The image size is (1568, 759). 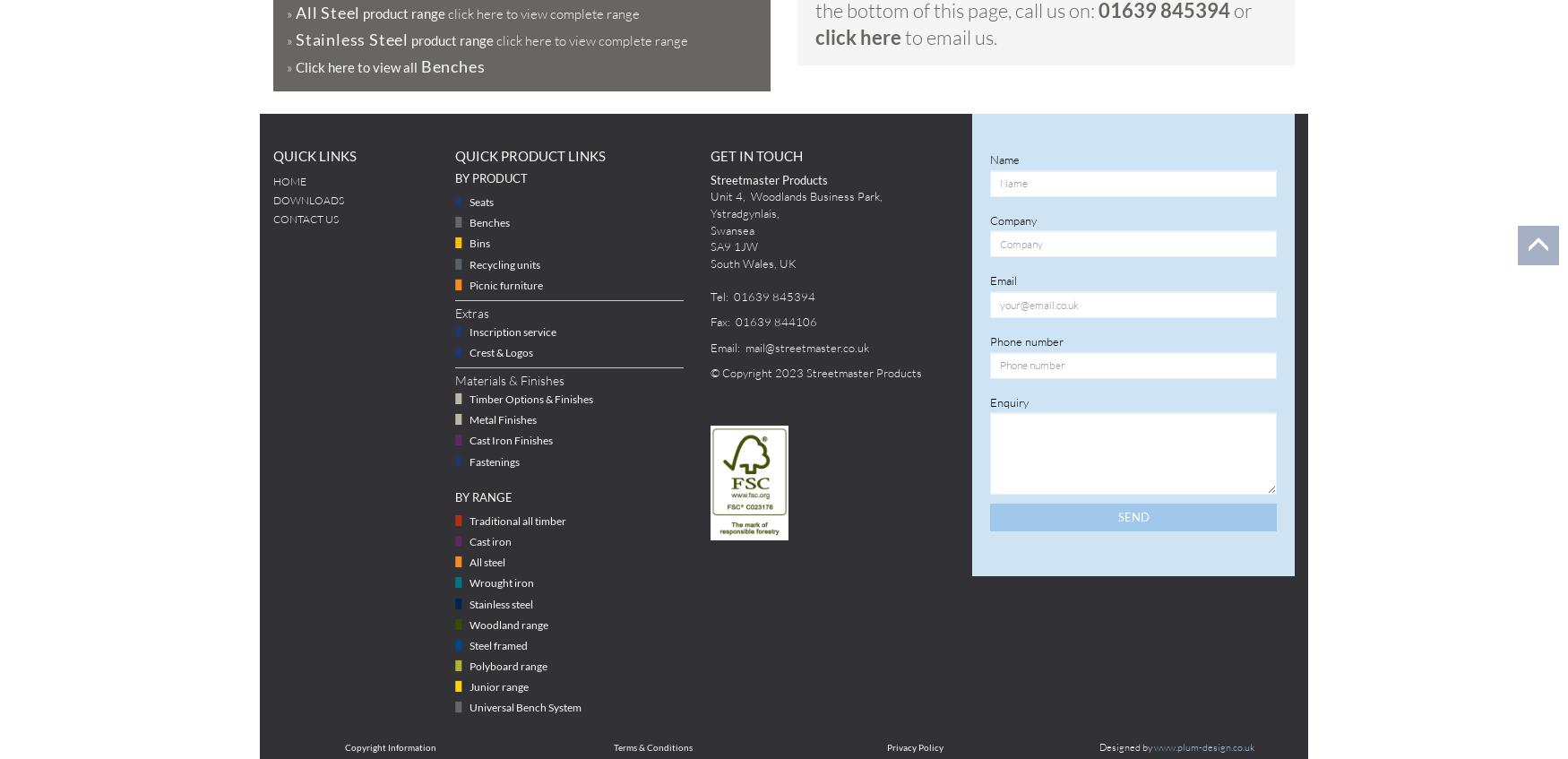 What do you see at coordinates (468, 520) in the screenshot?
I see `'Traditional all timber'` at bounding box center [468, 520].